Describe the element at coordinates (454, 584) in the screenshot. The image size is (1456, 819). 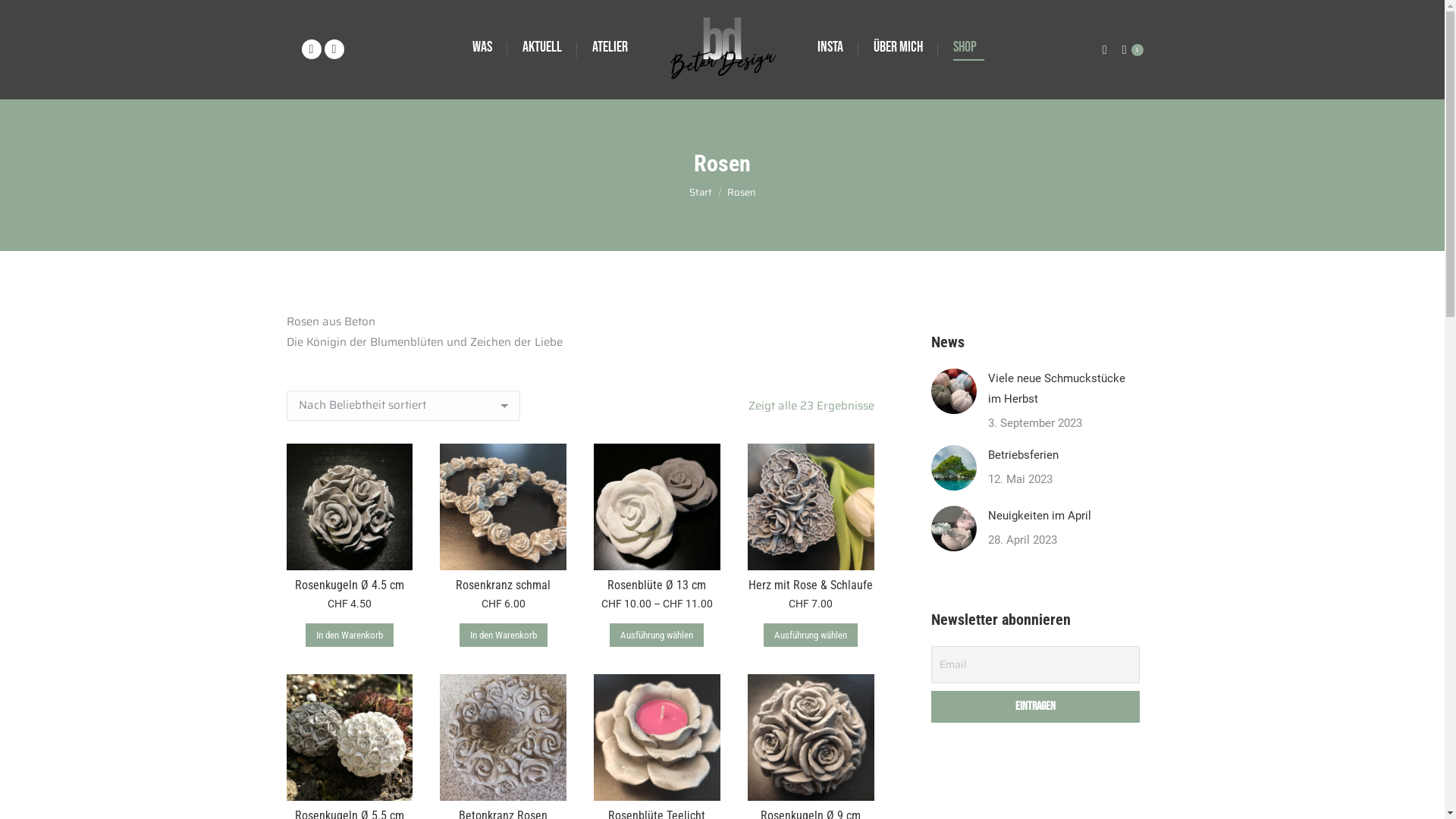
I see `'Rosenkranz schmal'` at that location.